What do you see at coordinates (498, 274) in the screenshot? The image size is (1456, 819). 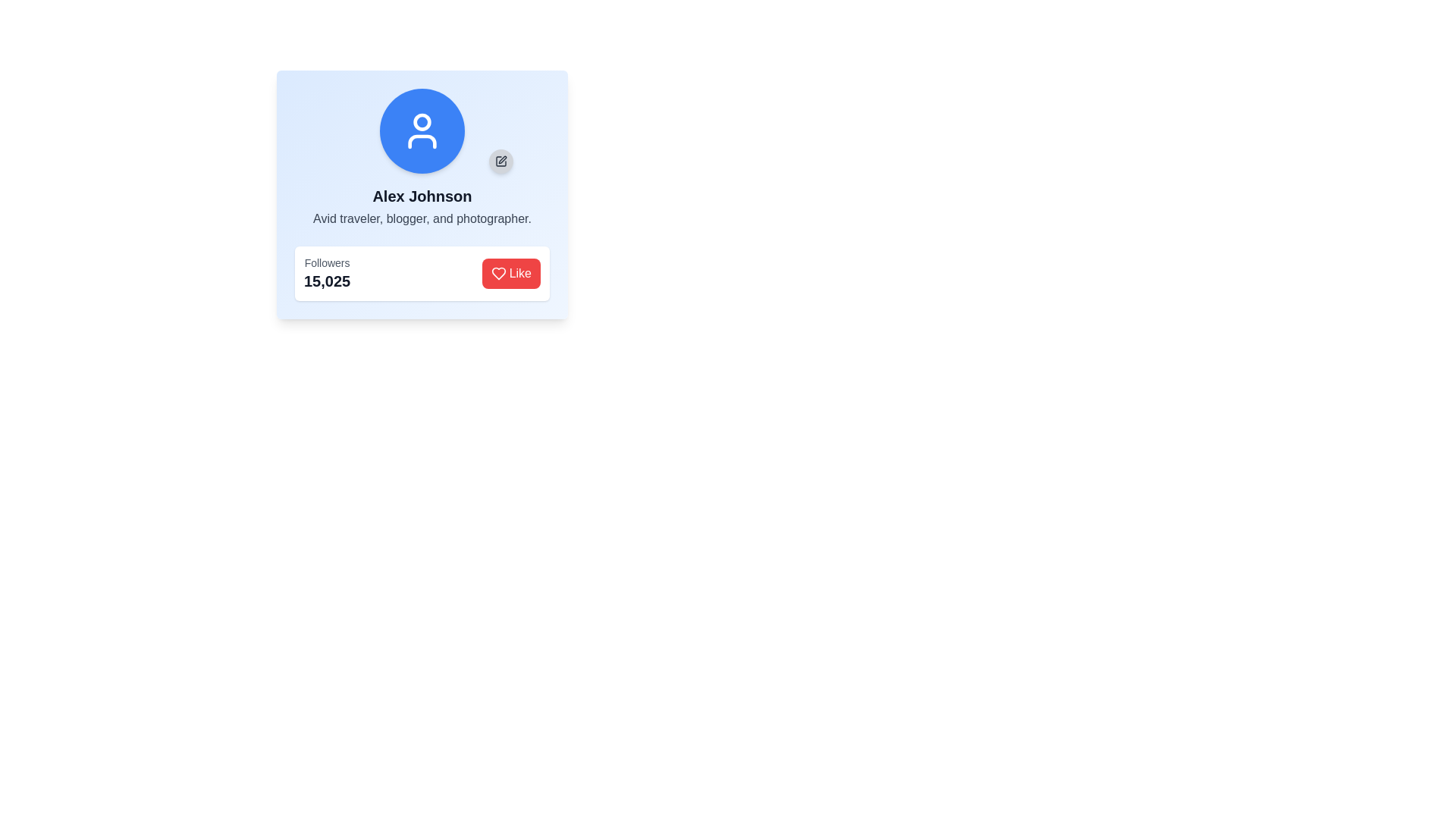 I see `the heart icon located inside the red button at the lower-right corner of the profile card, which signifies a 'like' action` at bounding box center [498, 274].